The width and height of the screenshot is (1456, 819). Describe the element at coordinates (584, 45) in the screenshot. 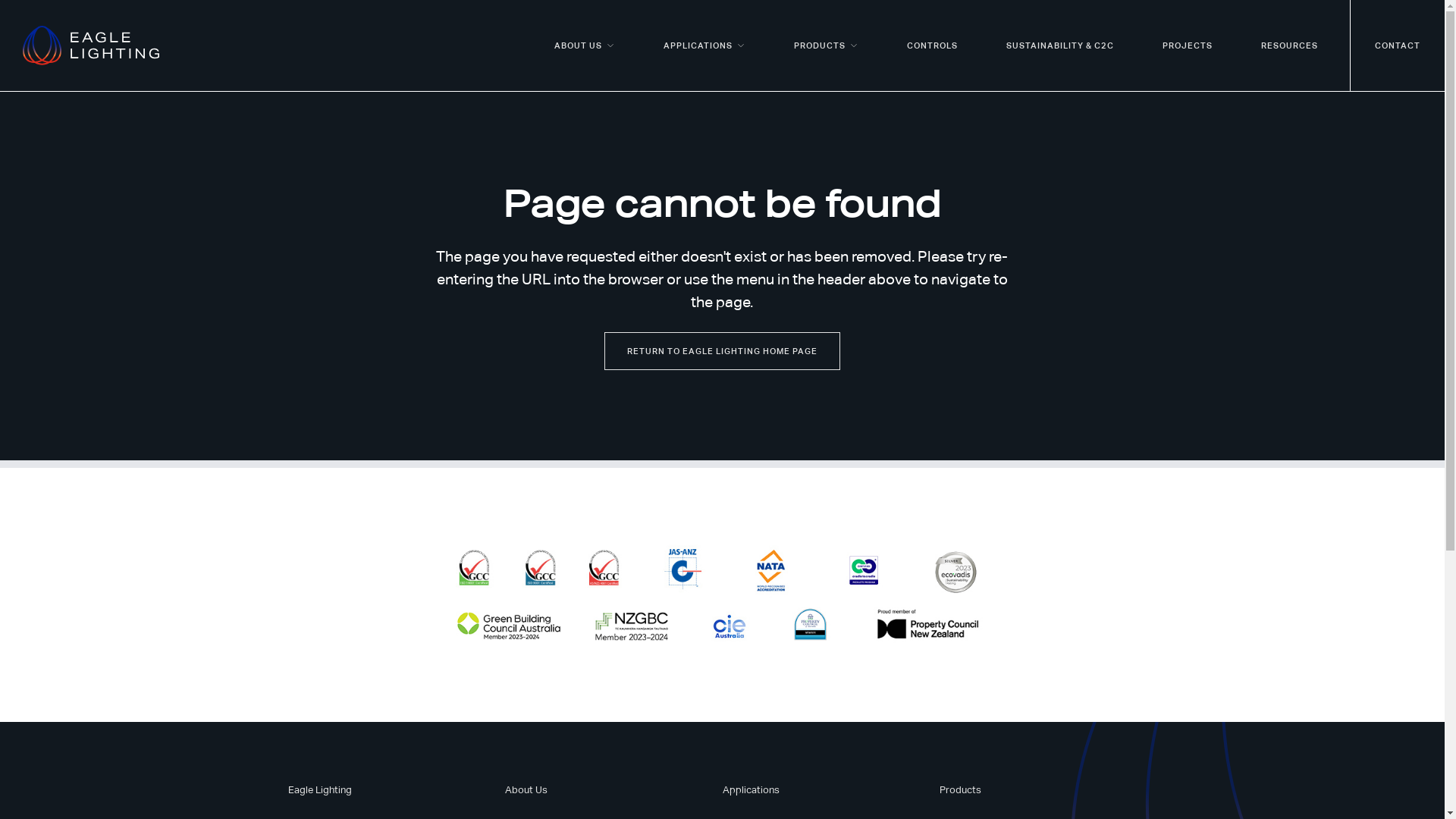

I see `'ABOUT US'` at that location.